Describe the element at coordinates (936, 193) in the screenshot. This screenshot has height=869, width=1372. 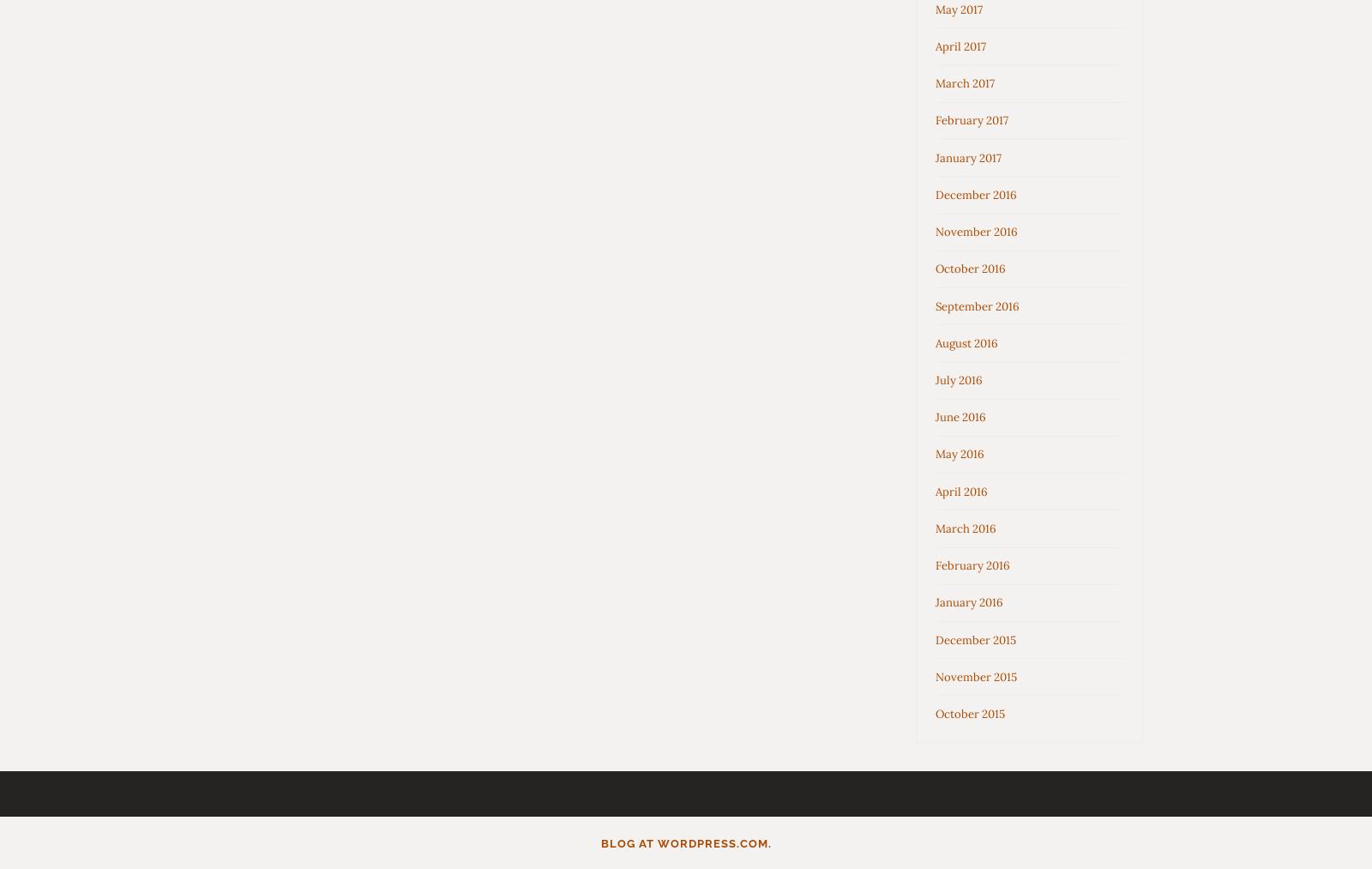
I see `'December 2016'` at that location.